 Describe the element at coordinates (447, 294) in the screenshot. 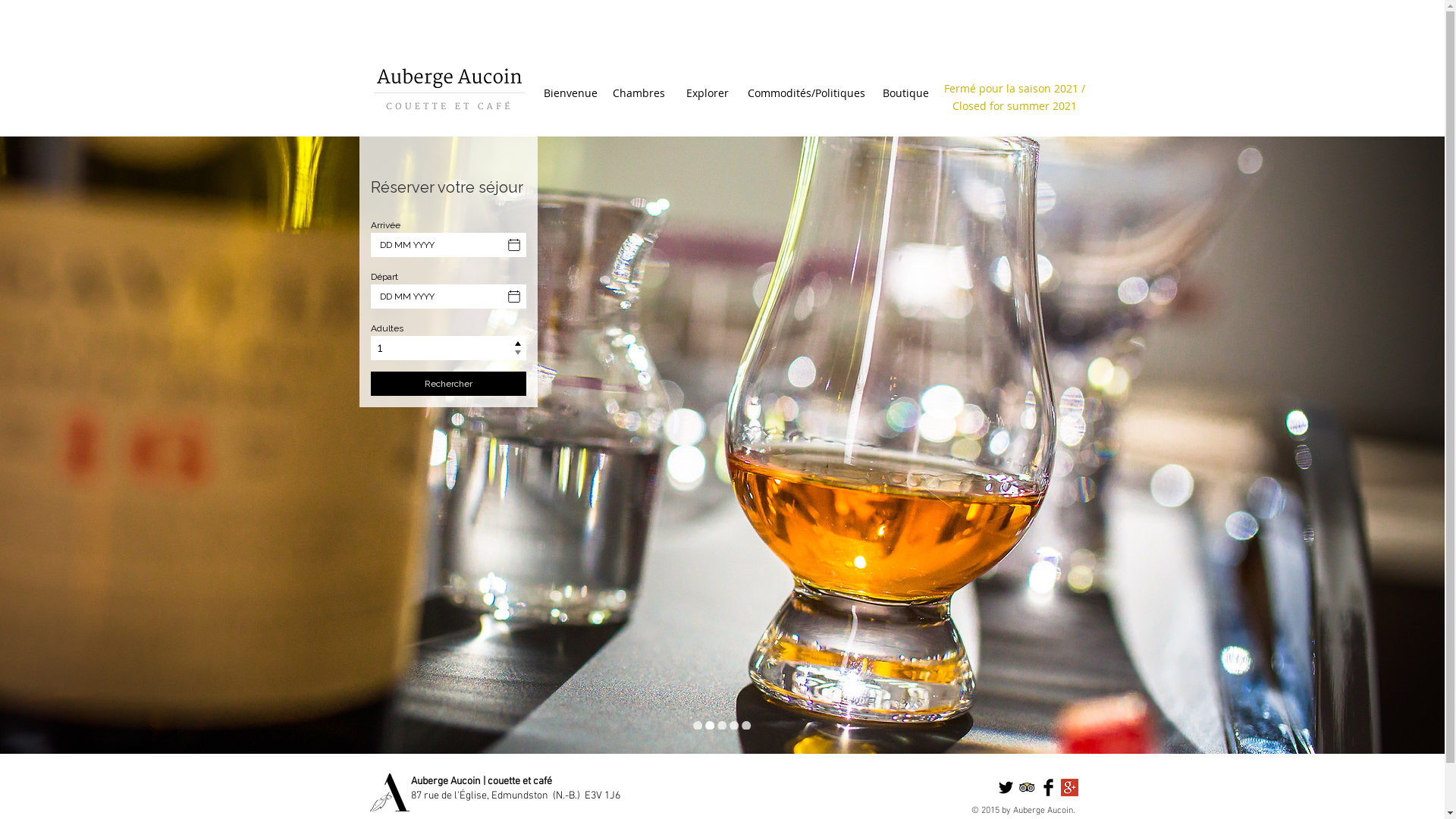

I see `'Wix Hotels'` at that location.